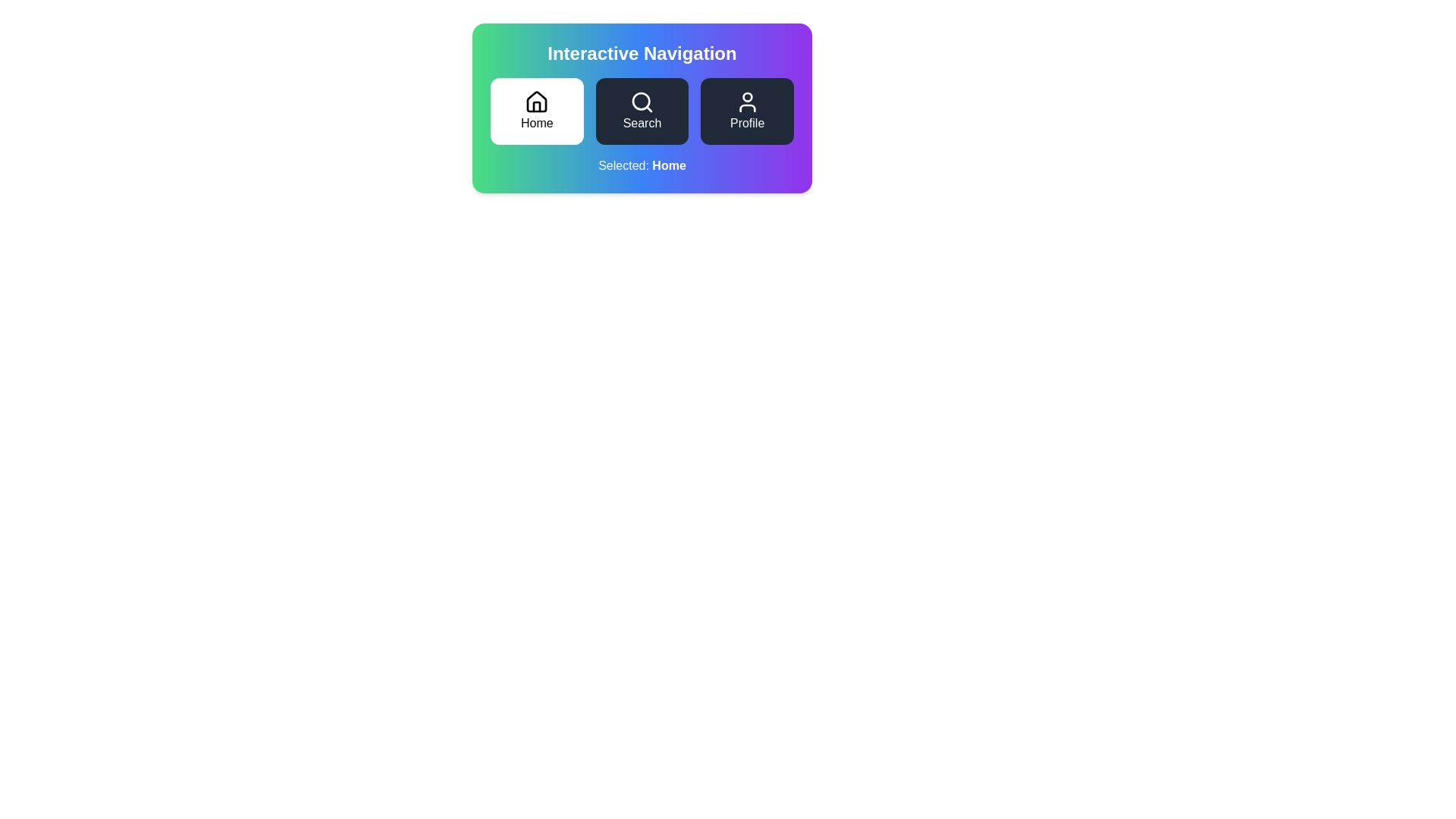 The width and height of the screenshot is (1456, 819). I want to click on the 'Home' text label element, so click(537, 122).